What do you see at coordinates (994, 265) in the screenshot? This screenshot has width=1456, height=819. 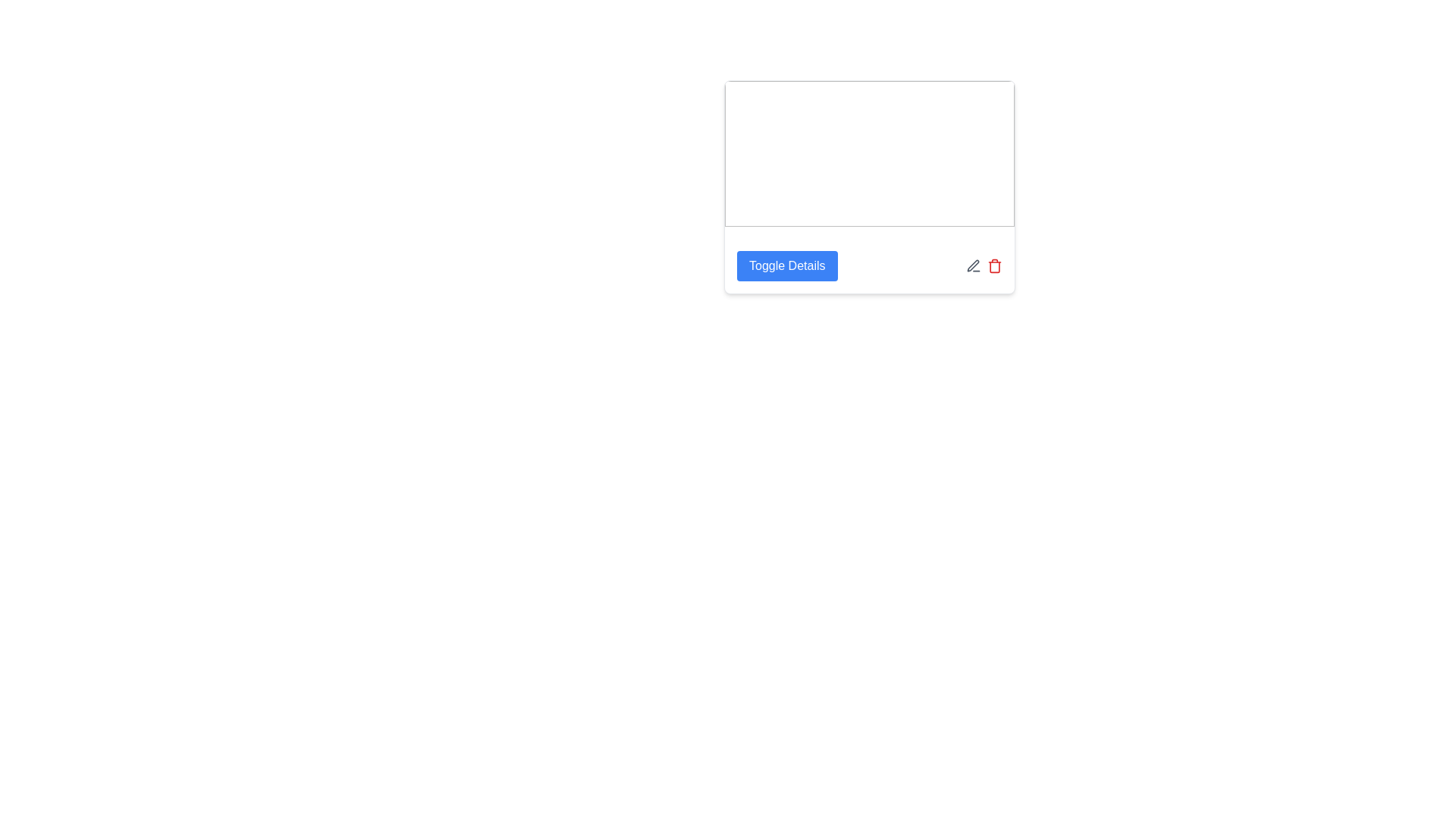 I see `the red trash bin icon button located at the bottom-right corner of the interface` at bounding box center [994, 265].